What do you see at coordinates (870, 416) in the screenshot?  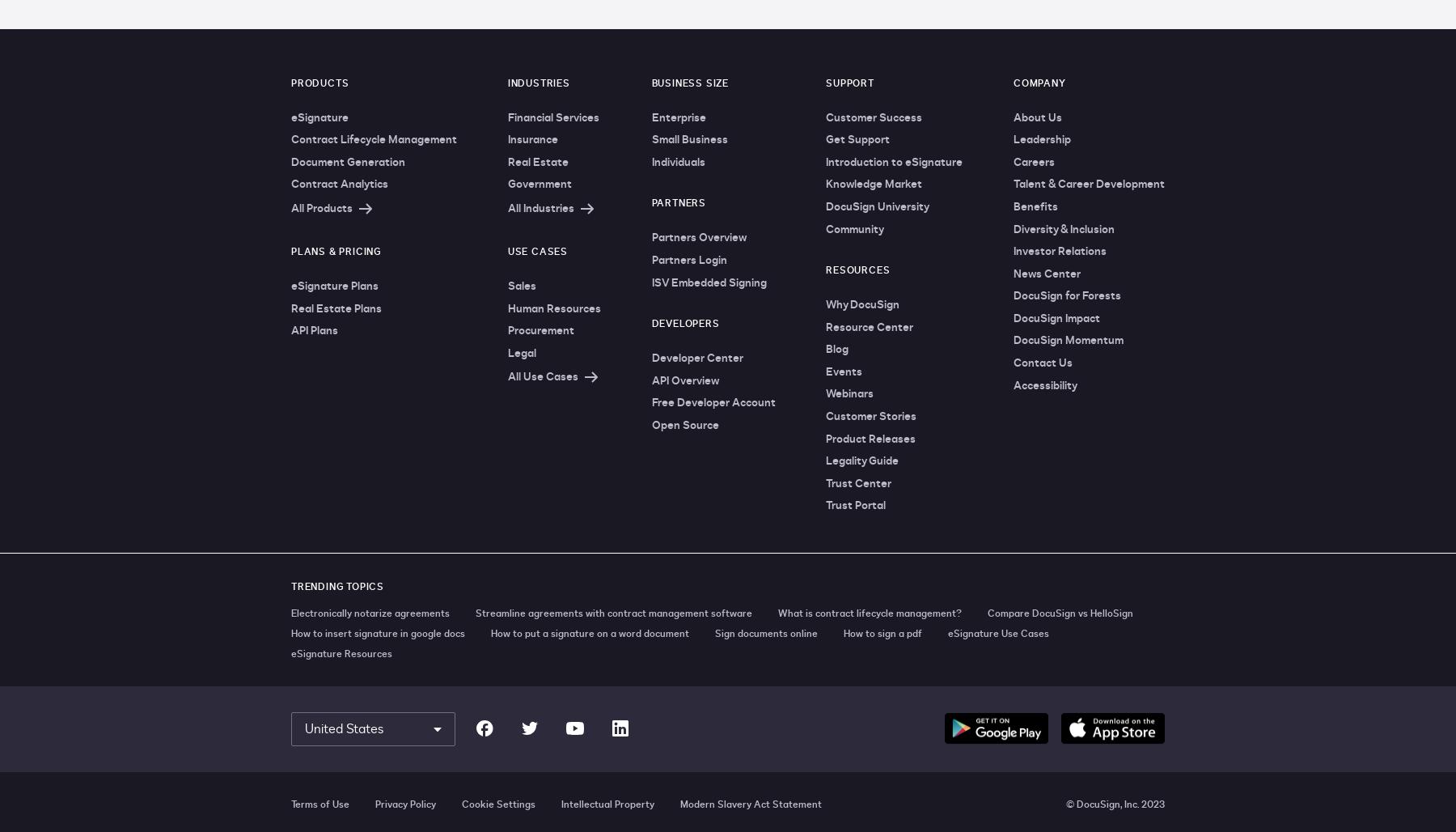 I see `'Customer Stories'` at bounding box center [870, 416].